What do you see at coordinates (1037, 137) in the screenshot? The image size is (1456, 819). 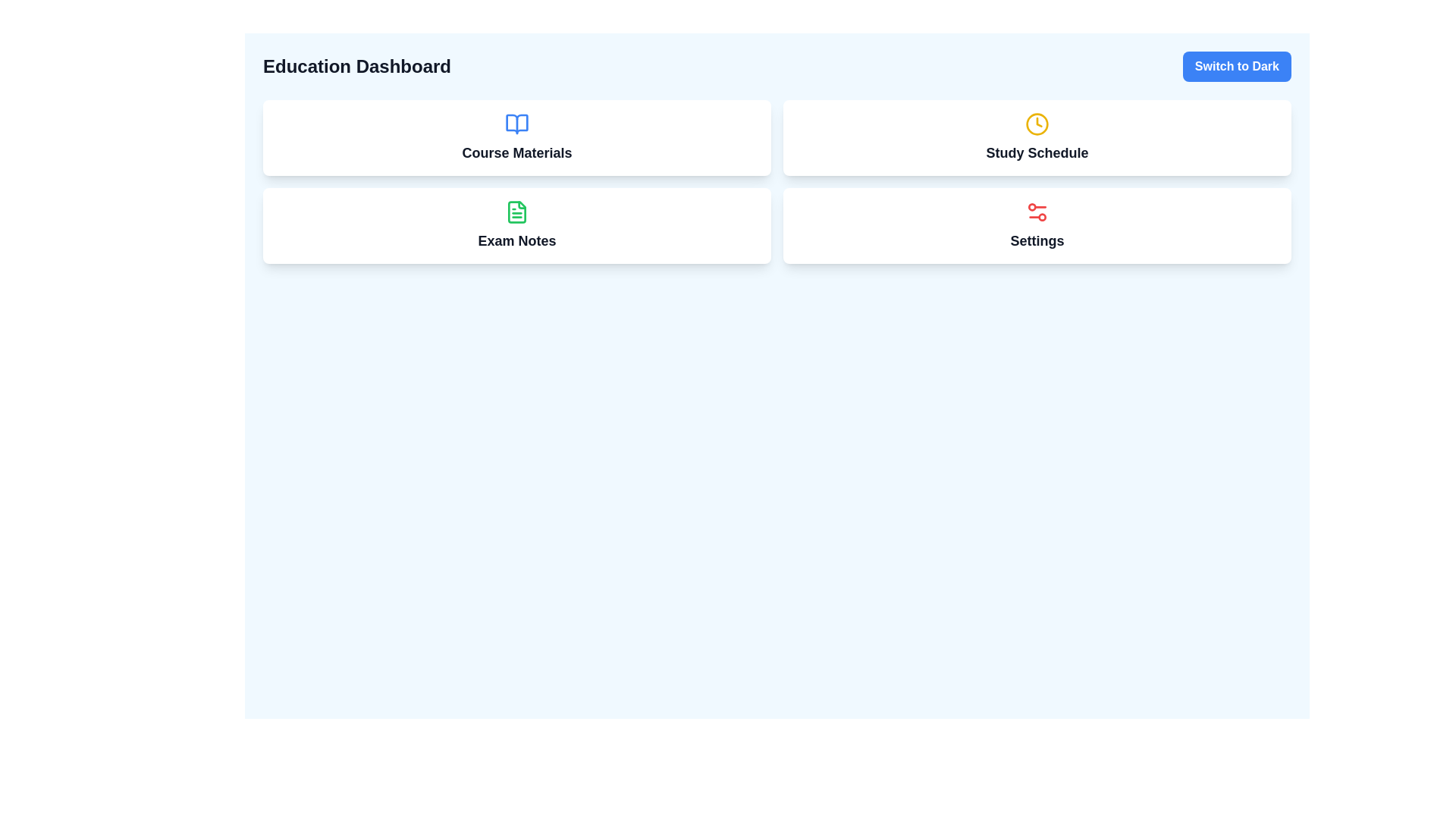 I see `the 'Study Schedule' section in the dashboard` at bounding box center [1037, 137].